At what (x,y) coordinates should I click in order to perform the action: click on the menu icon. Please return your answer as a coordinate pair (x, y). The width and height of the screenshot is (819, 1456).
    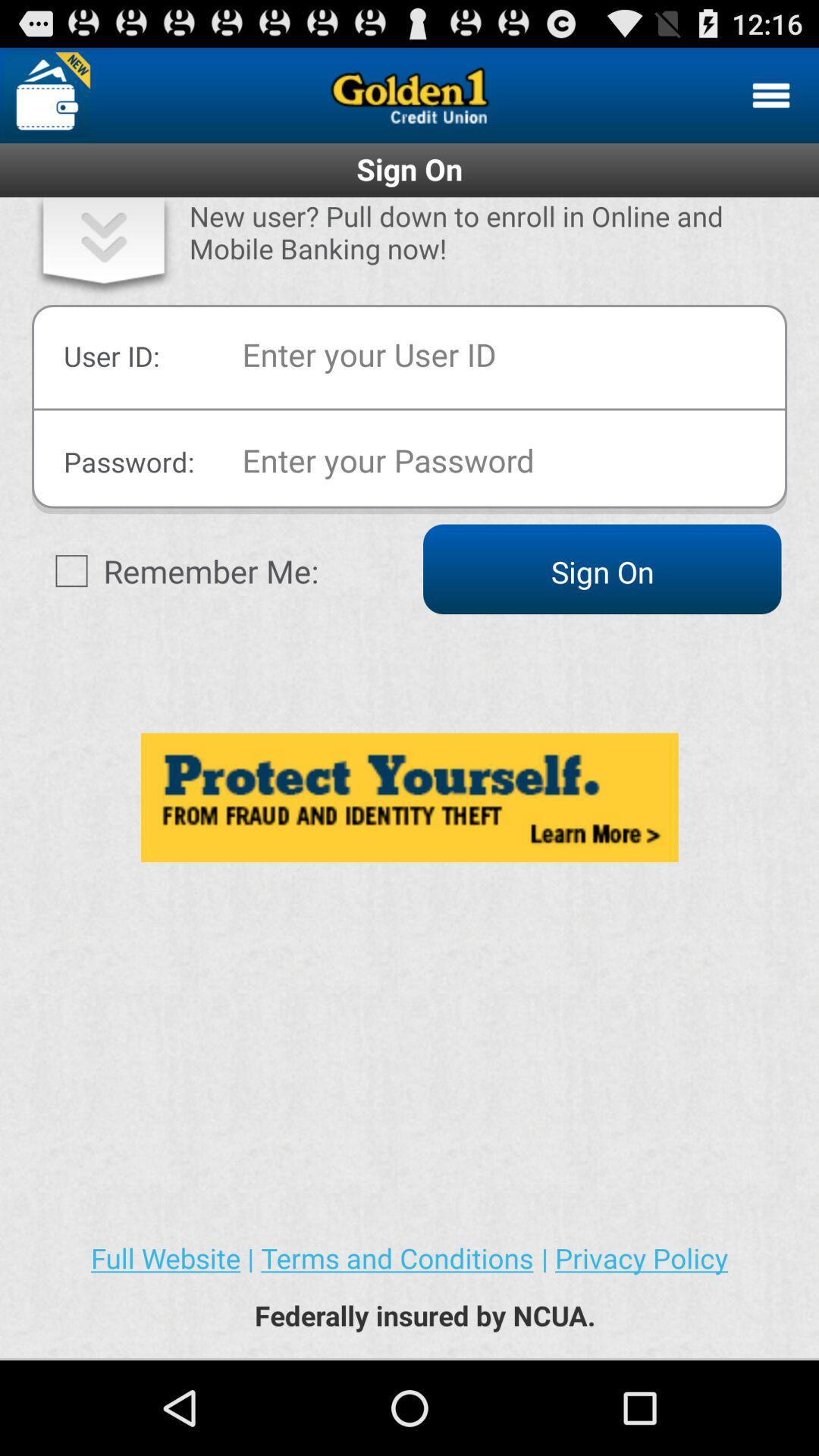
    Looking at the image, I should click on (771, 101).